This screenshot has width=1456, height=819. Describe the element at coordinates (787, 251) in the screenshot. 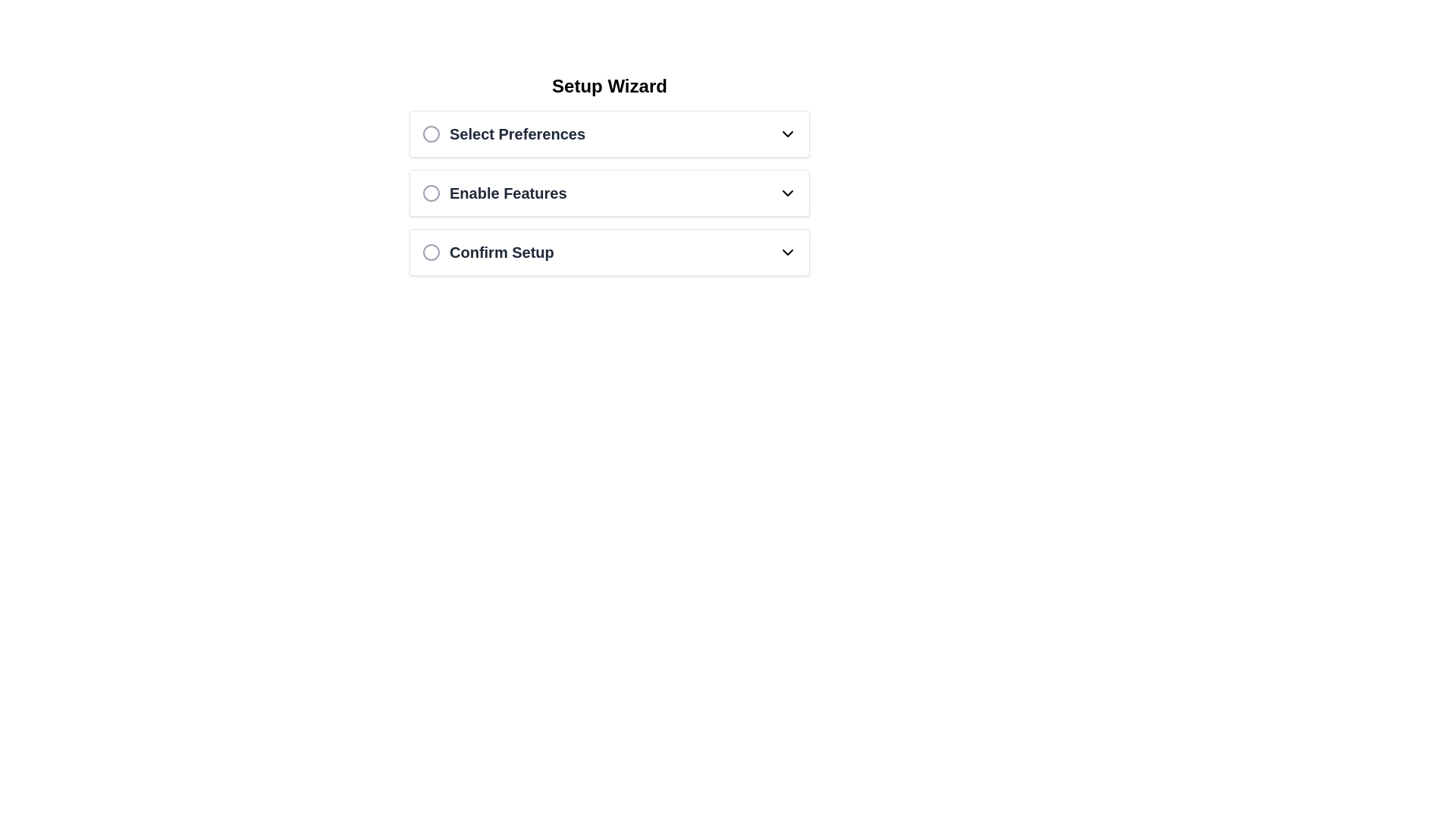

I see `the downward-pointing chevron icon located to the right side of the 'Confirm Setup' text` at that location.